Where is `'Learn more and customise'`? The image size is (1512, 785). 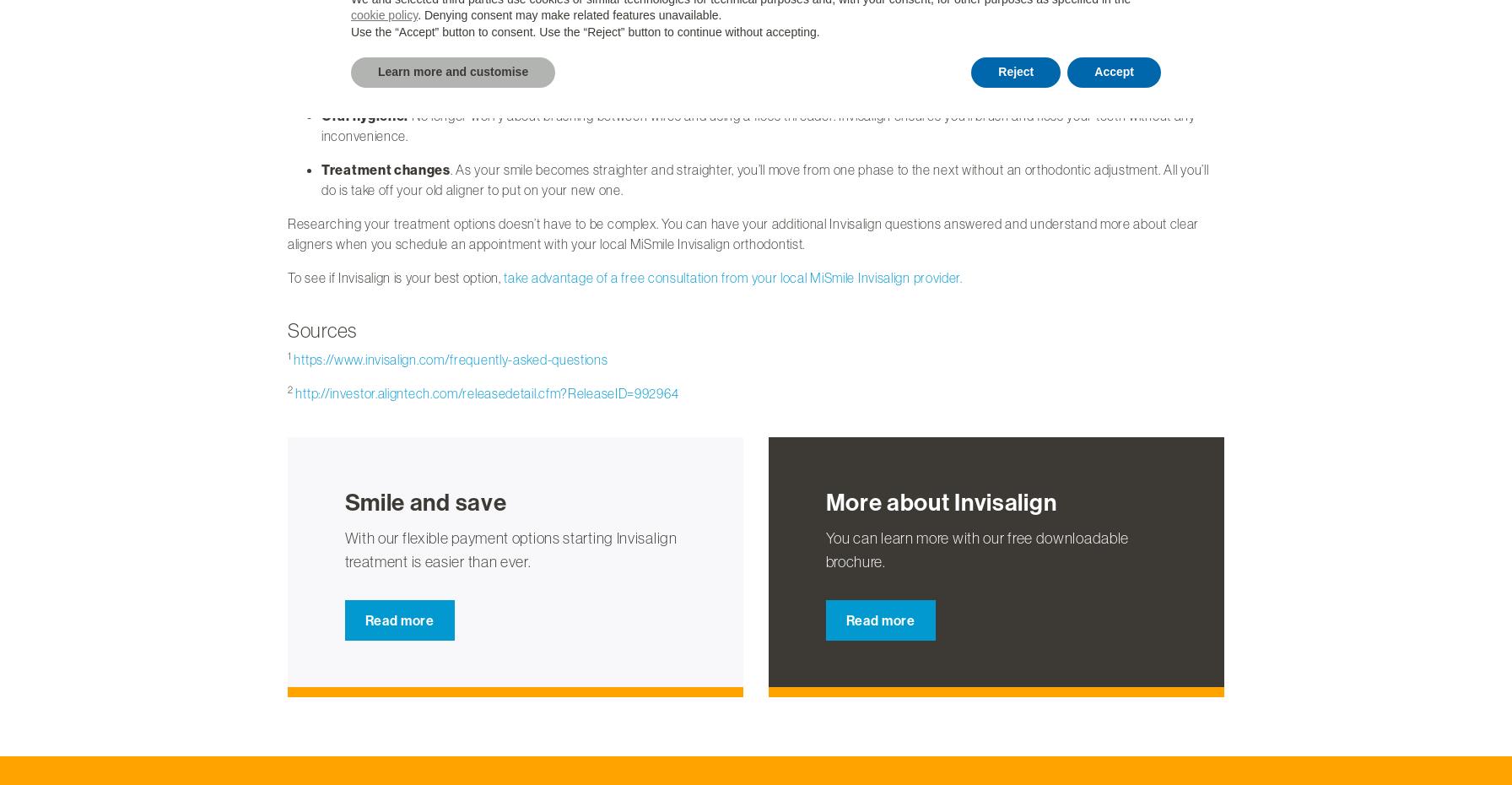
'Learn more and customise' is located at coordinates (453, 72).